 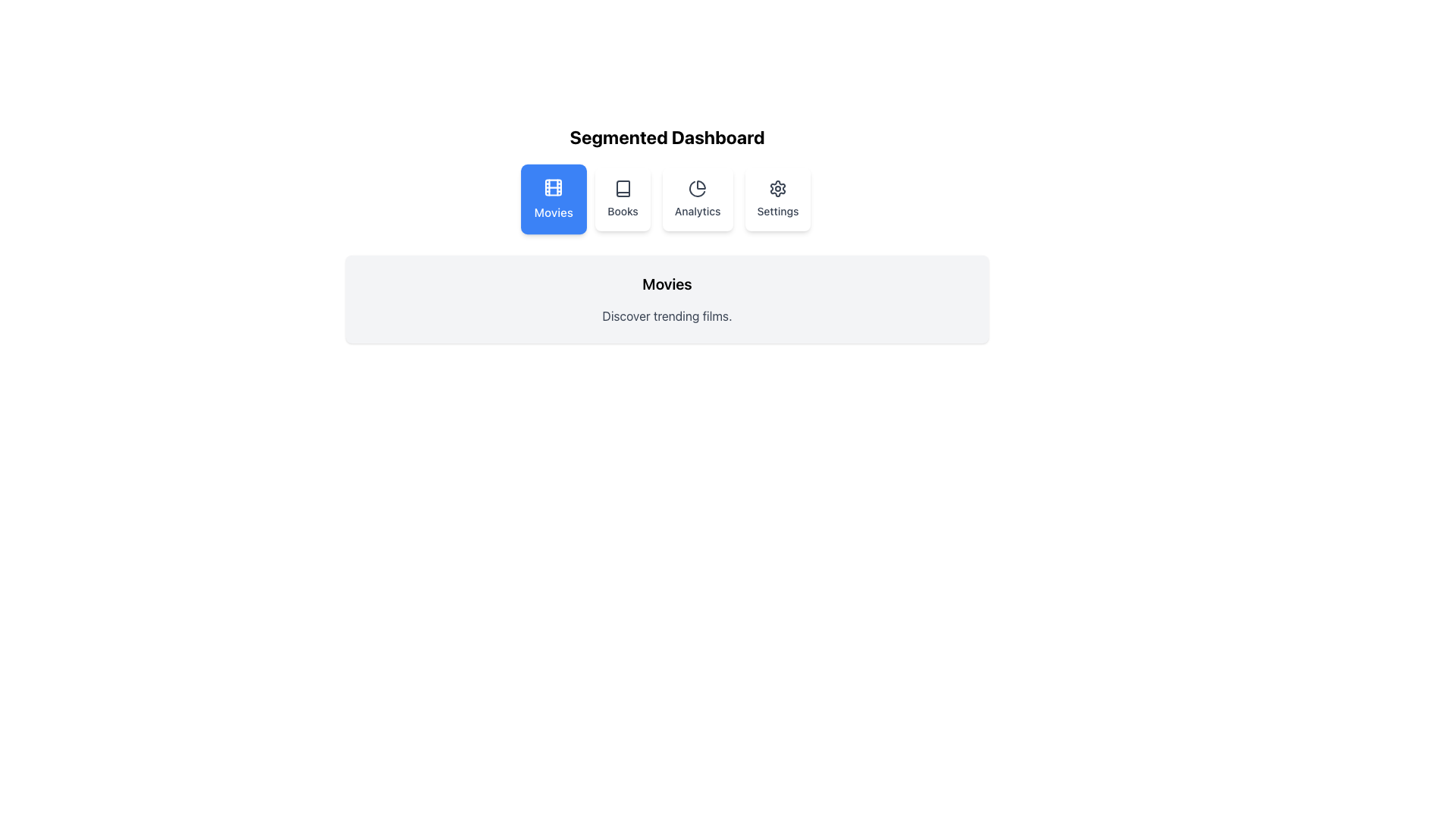 I want to click on the textual header 'Segmented Dashboard', which is styled with bold typography and large font size, positioned at the top of the content area above the navigation menu, so click(x=667, y=137).